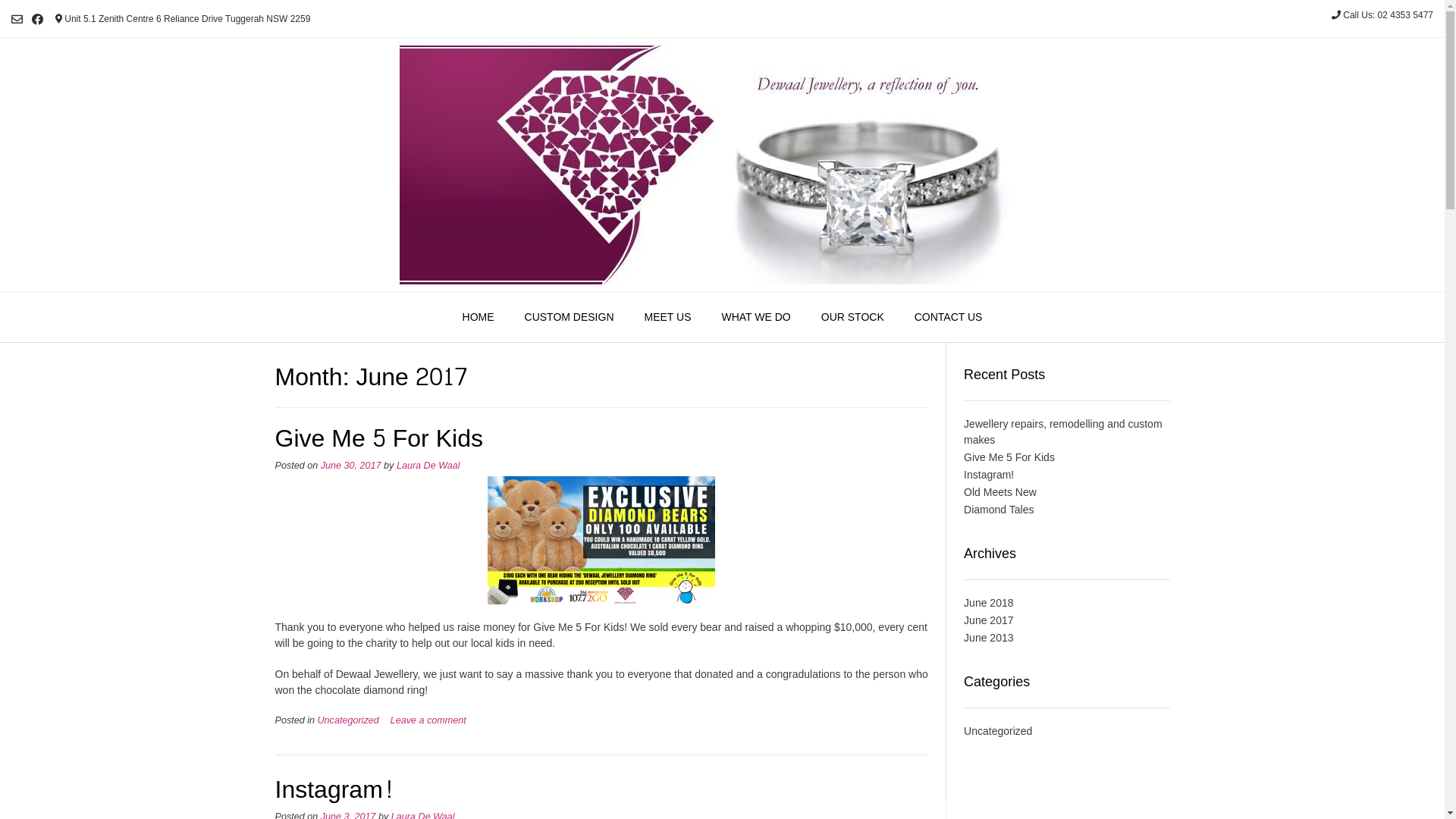 The height and width of the screenshot is (819, 1456). What do you see at coordinates (37, 19) in the screenshot?
I see `'Find Us on Facebook'` at bounding box center [37, 19].